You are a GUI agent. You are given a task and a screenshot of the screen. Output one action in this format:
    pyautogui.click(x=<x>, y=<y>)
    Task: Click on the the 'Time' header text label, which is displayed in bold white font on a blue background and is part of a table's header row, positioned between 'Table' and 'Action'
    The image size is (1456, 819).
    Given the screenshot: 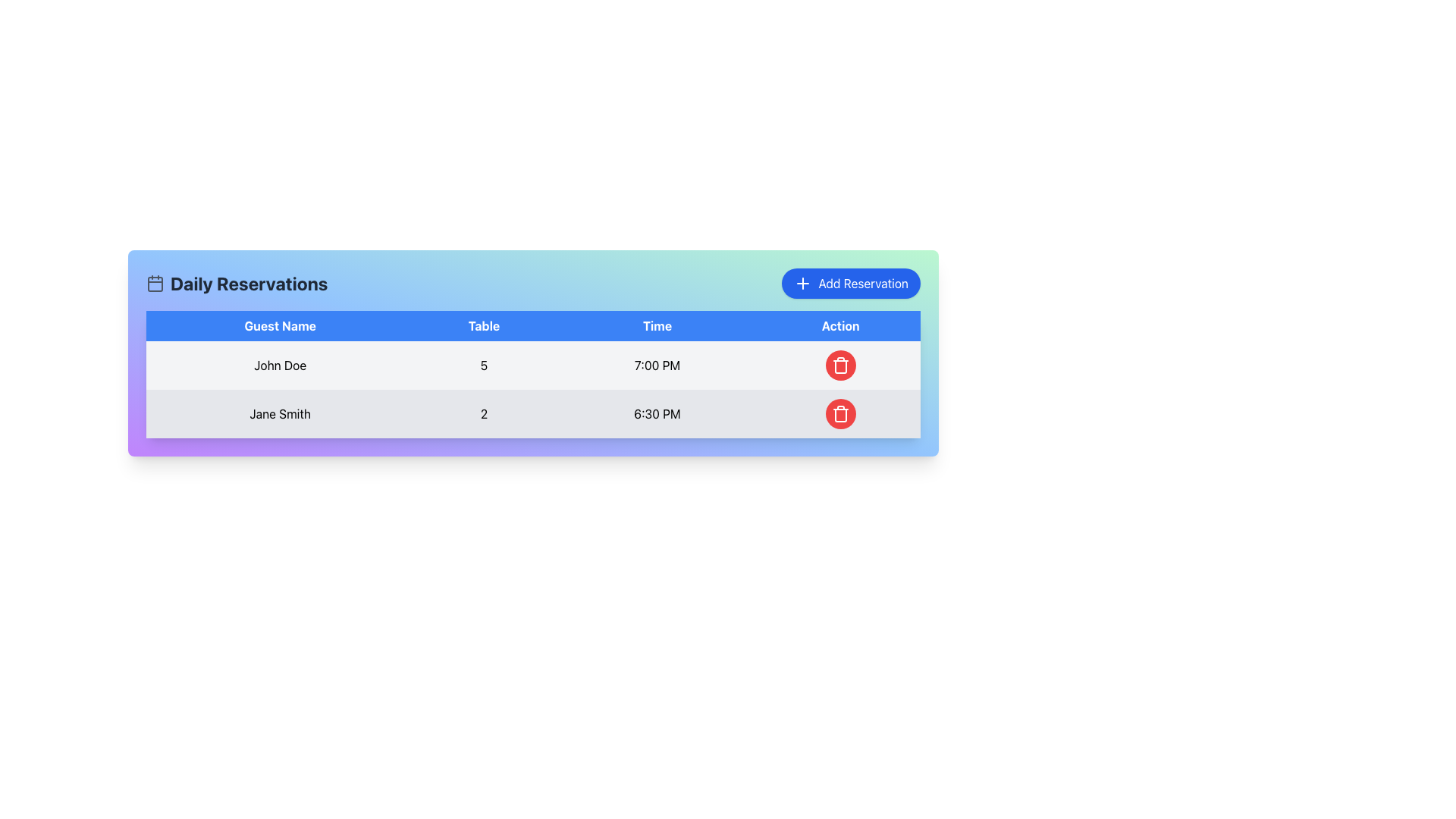 What is the action you would take?
    pyautogui.click(x=657, y=325)
    